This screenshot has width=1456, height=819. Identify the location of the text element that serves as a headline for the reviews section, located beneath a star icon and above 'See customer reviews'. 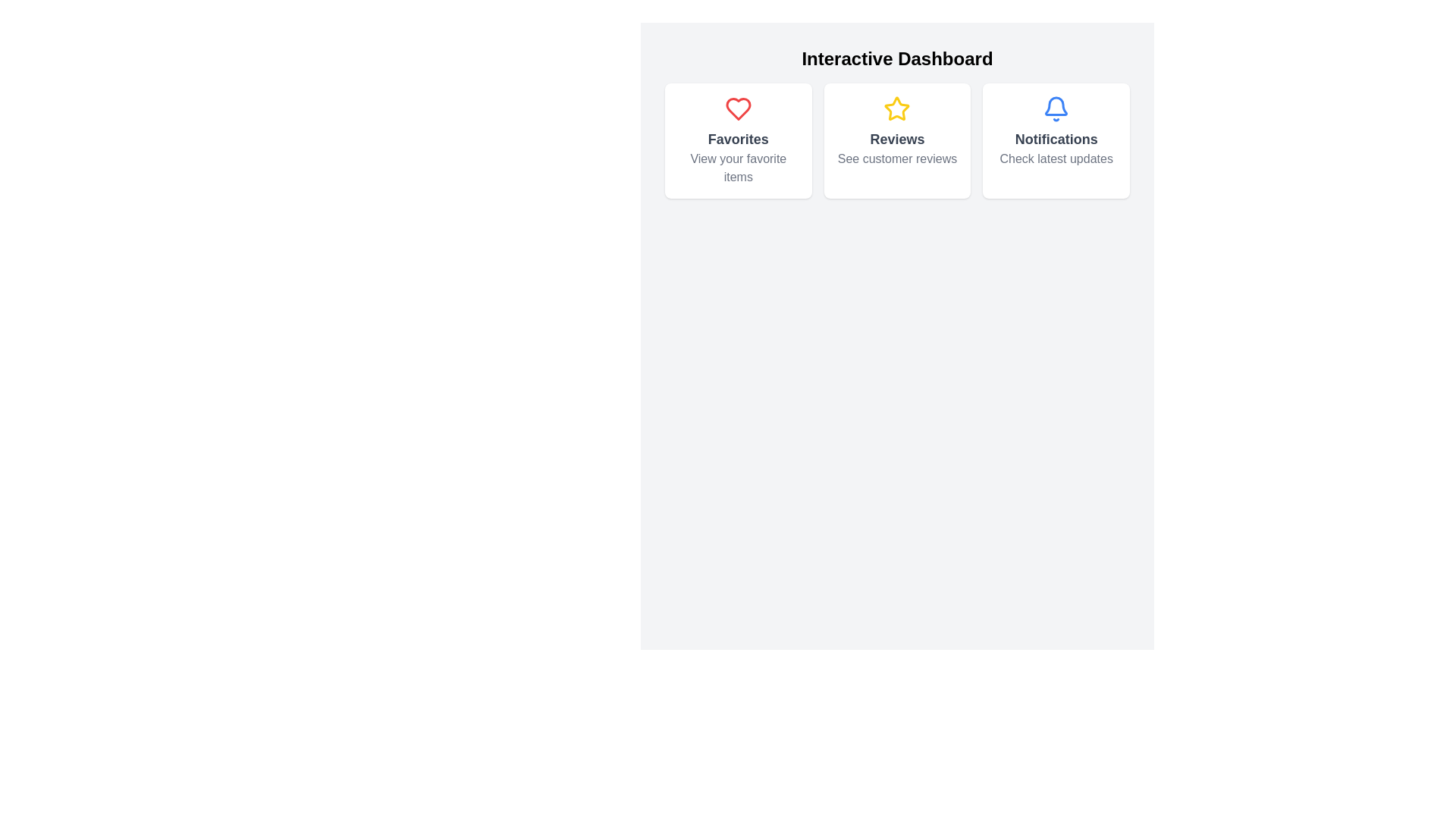
(897, 140).